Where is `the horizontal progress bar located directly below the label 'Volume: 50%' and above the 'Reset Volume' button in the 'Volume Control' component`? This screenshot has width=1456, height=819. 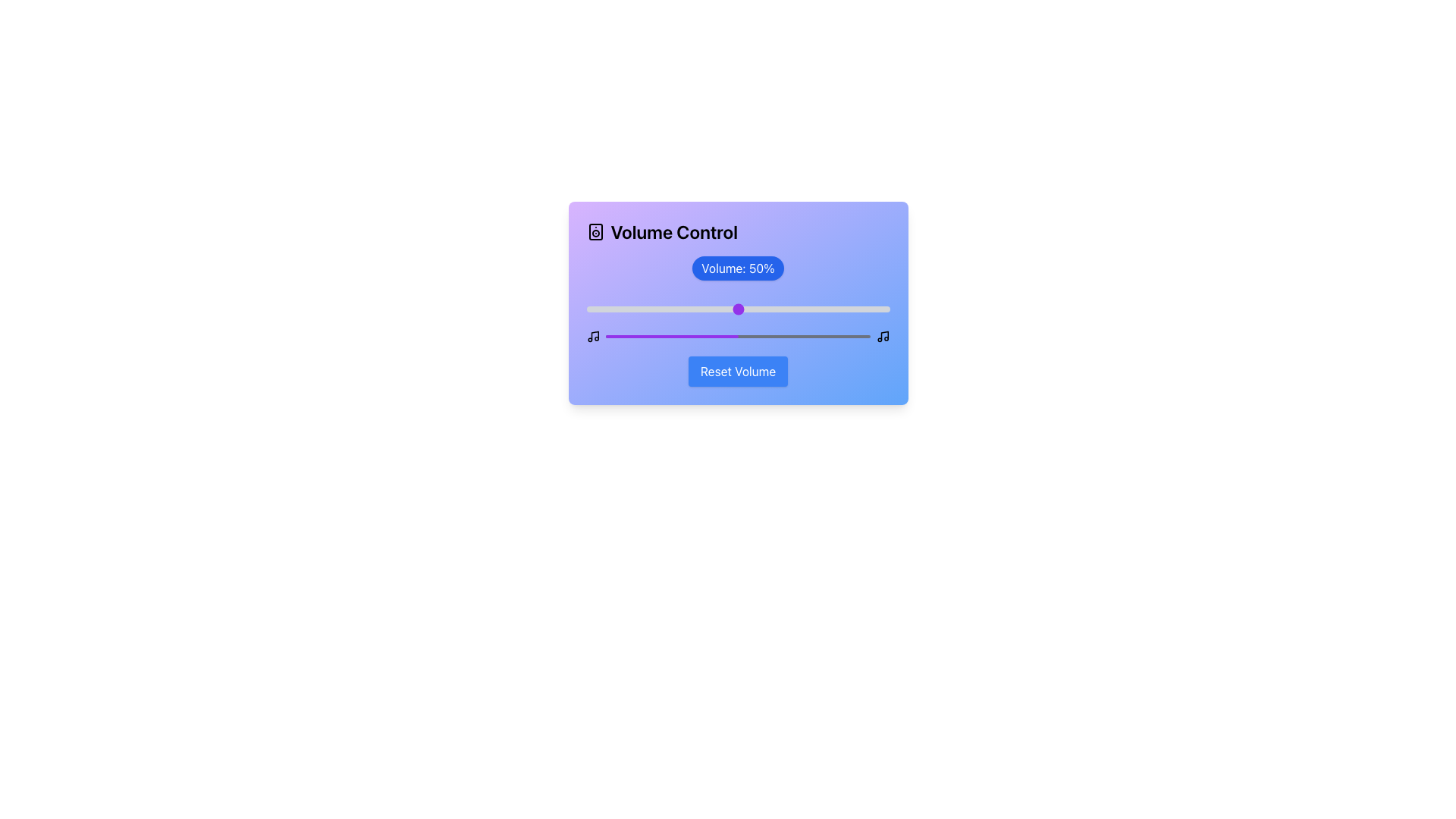 the horizontal progress bar located directly below the label 'Volume: 50%' and above the 'Reset Volume' button in the 'Volume Control' component is located at coordinates (738, 335).